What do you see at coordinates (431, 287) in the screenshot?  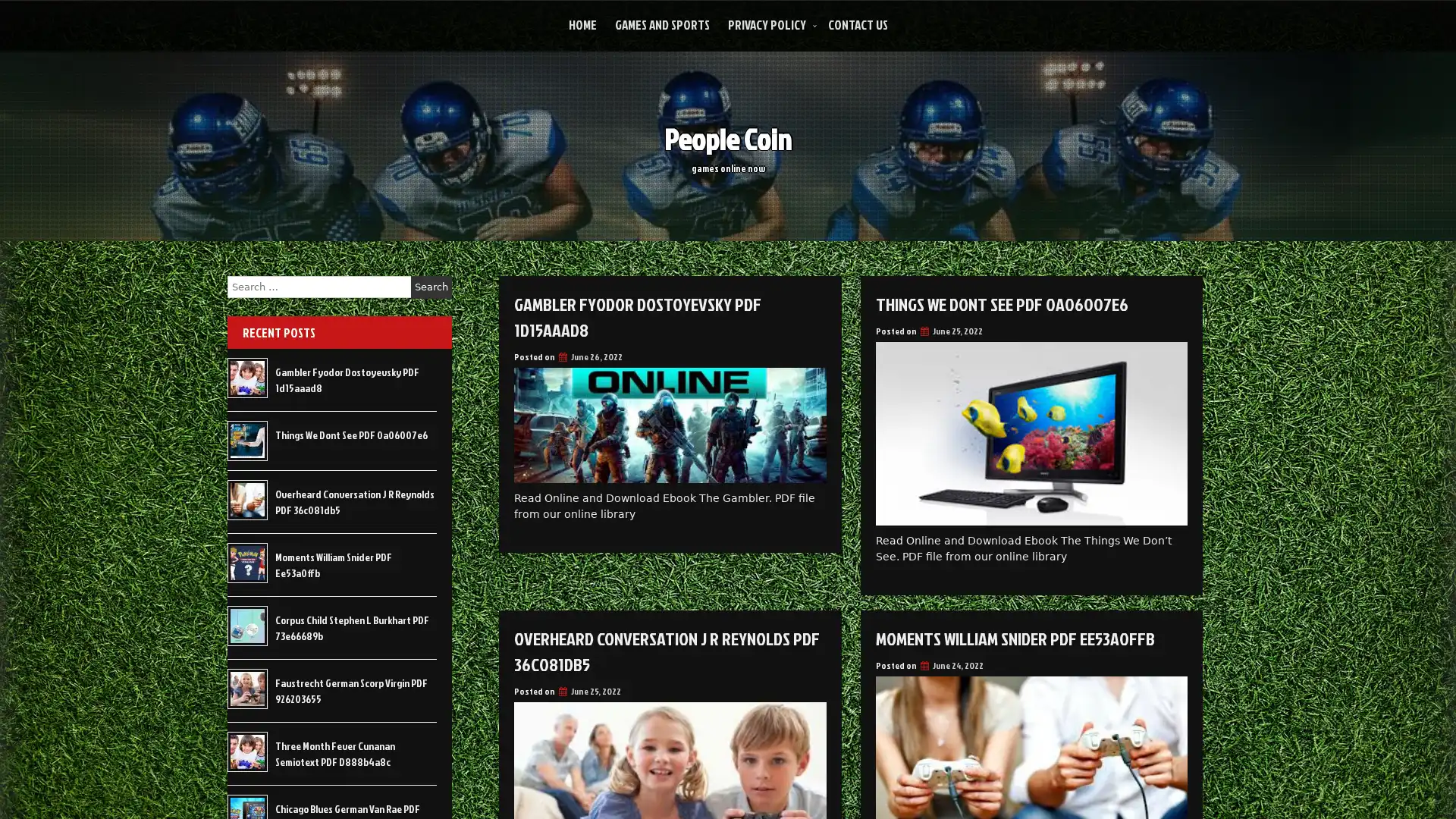 I see `Search` at bounding box center [431, 287].